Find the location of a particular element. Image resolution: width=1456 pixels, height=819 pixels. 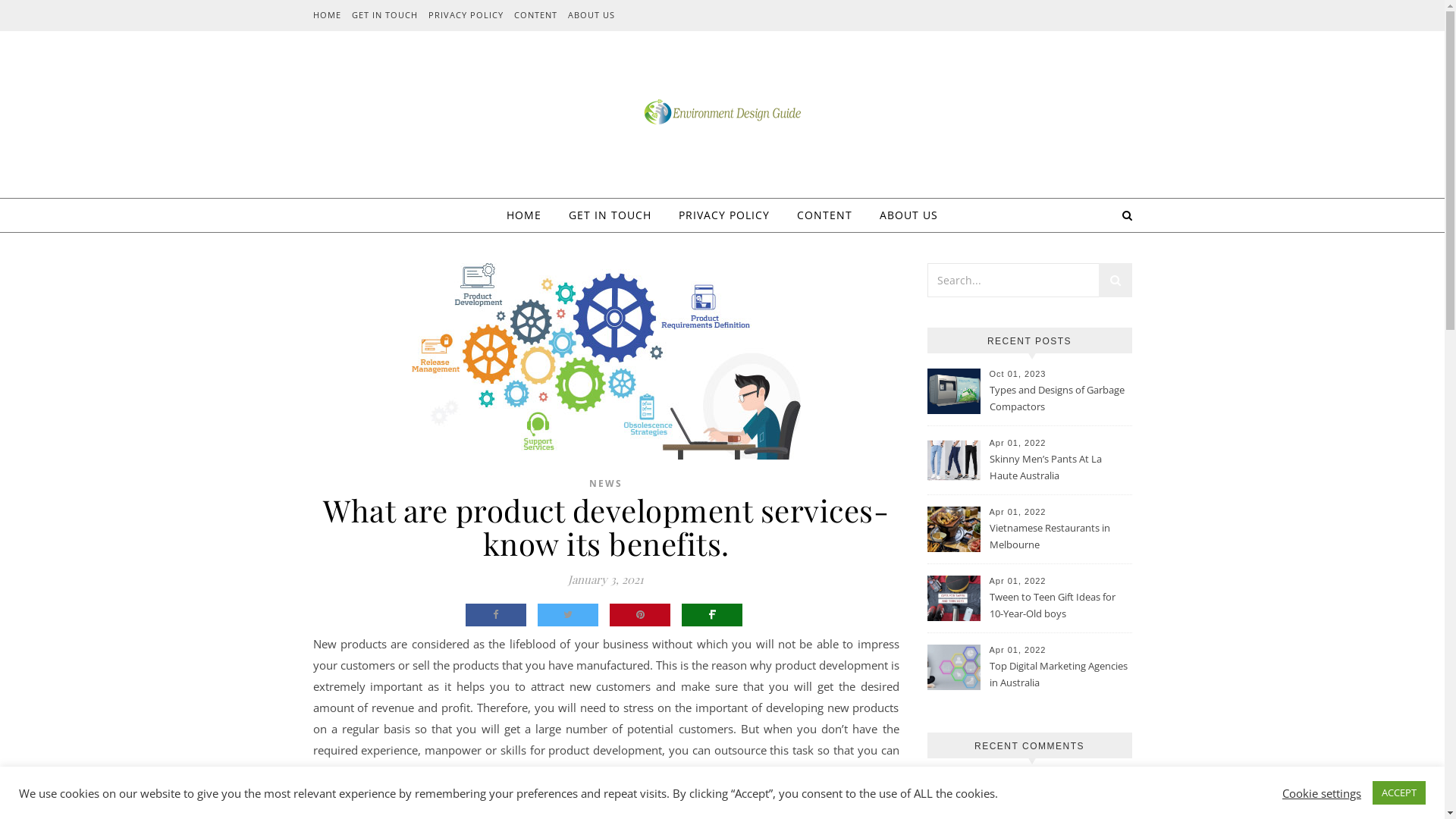

'CONTENT' is located at coordinates (535, 14).